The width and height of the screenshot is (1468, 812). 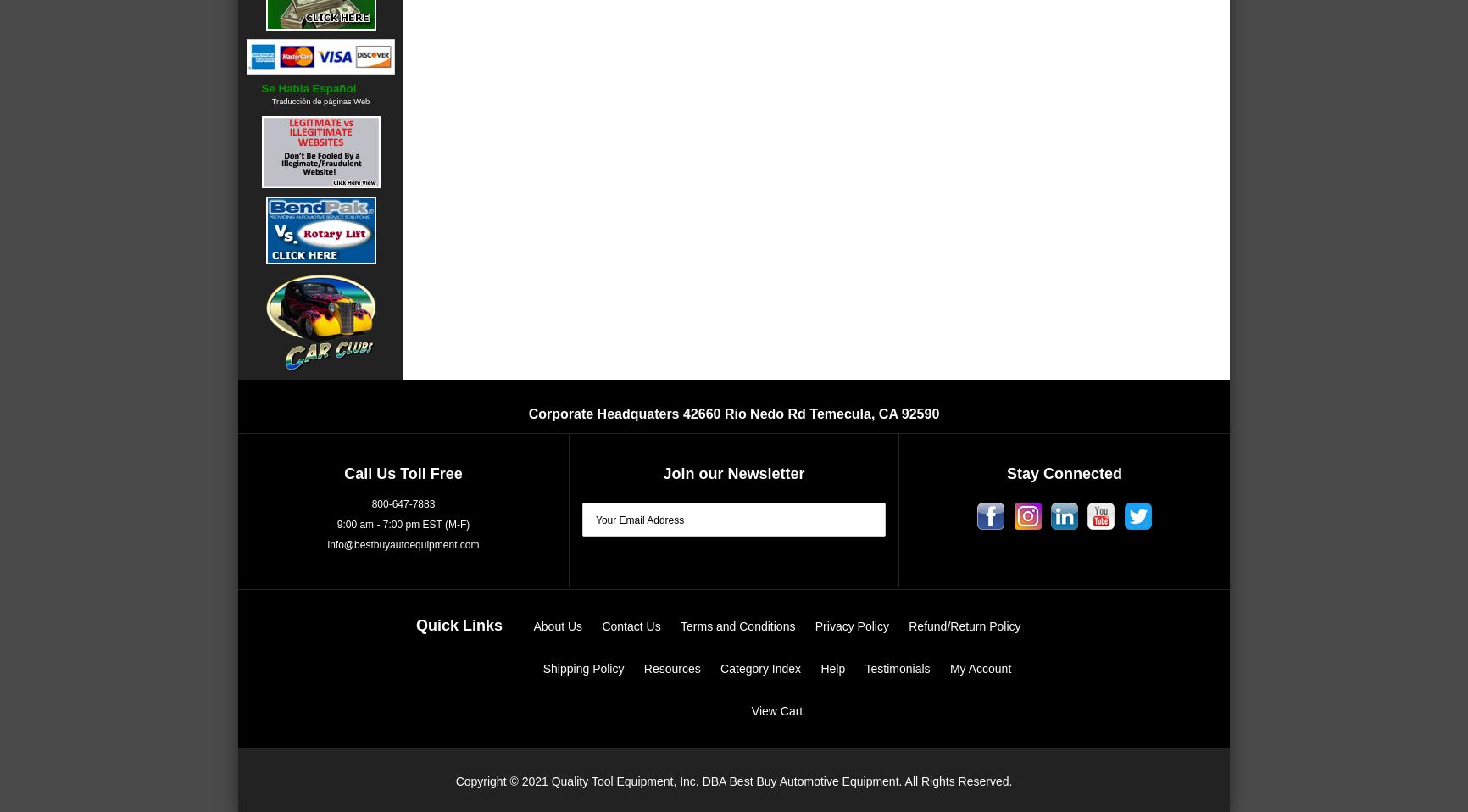 What do you see at coordinates (581, 667) in the screenshot?
I see `'Shipping Policy'` at bounding box center [581, 667].